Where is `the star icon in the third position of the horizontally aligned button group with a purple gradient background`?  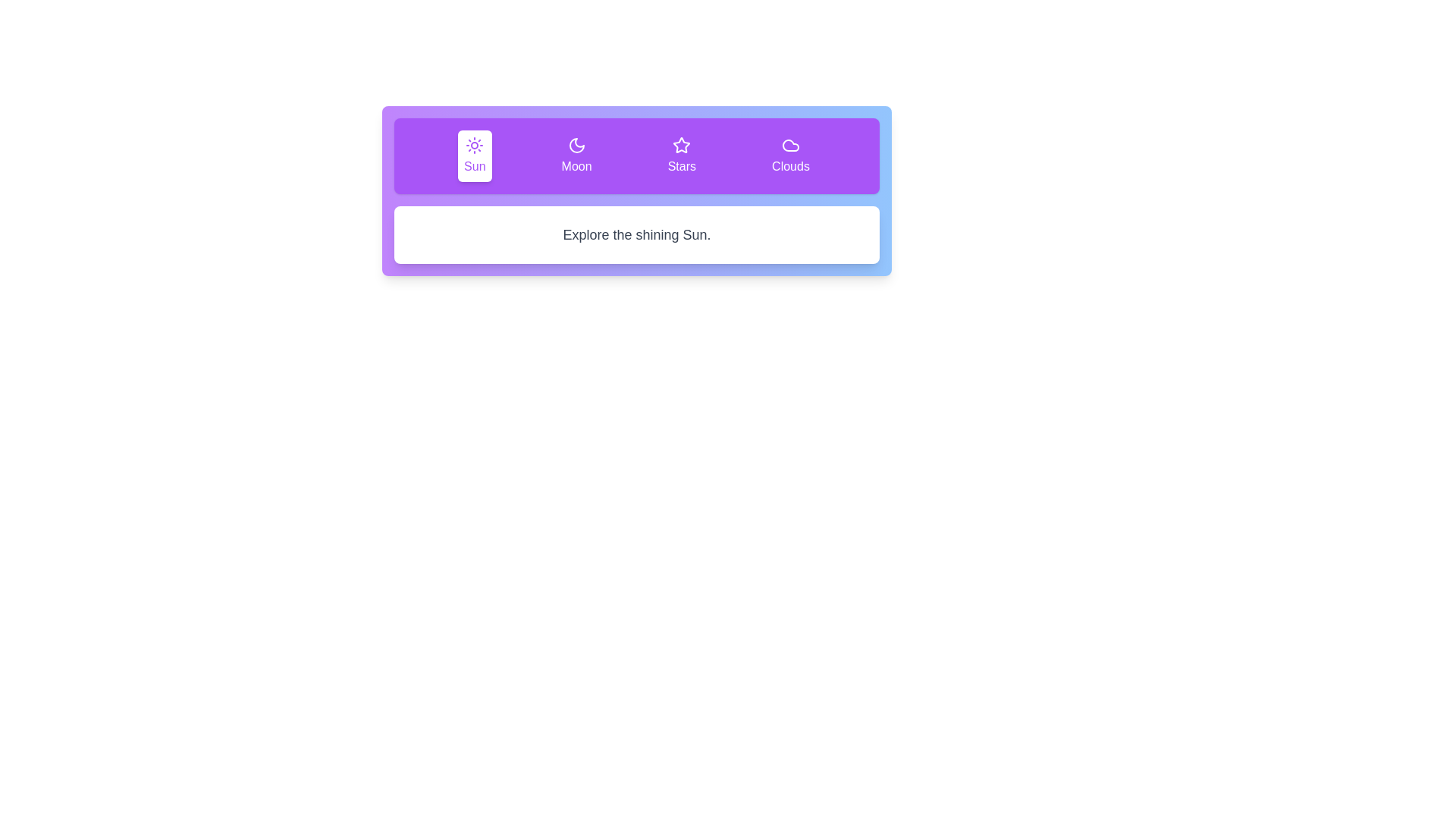
the star icon in the third position of the horizontally aligned button group with a purple gradient background is located at coordinates (637, 190).